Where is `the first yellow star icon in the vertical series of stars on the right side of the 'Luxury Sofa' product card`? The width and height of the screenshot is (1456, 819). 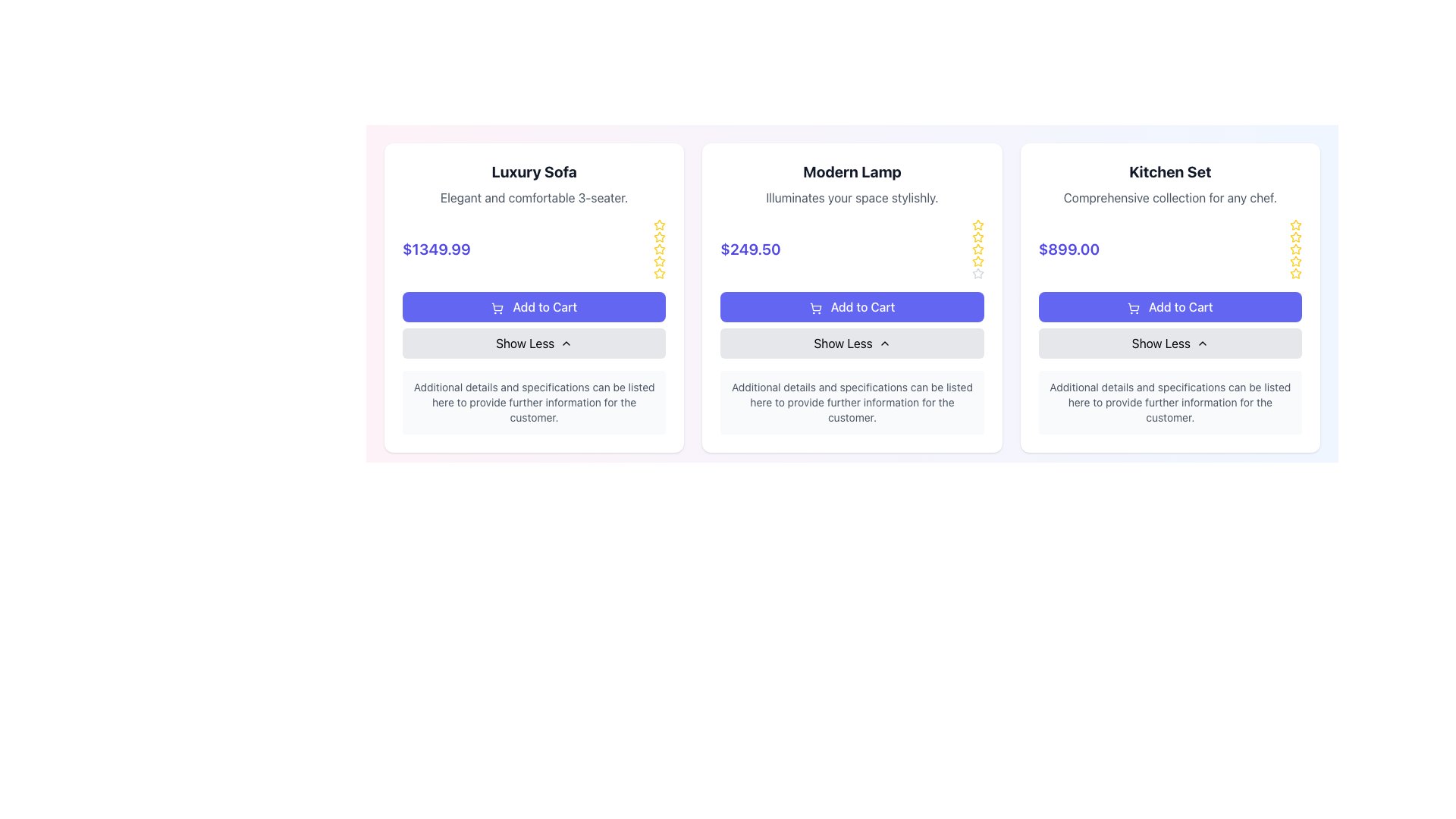
the first yellow star icon in the vertical series of stars on the right side of the 'Luxury Sofa' product card is located at coordinates (660, 225).